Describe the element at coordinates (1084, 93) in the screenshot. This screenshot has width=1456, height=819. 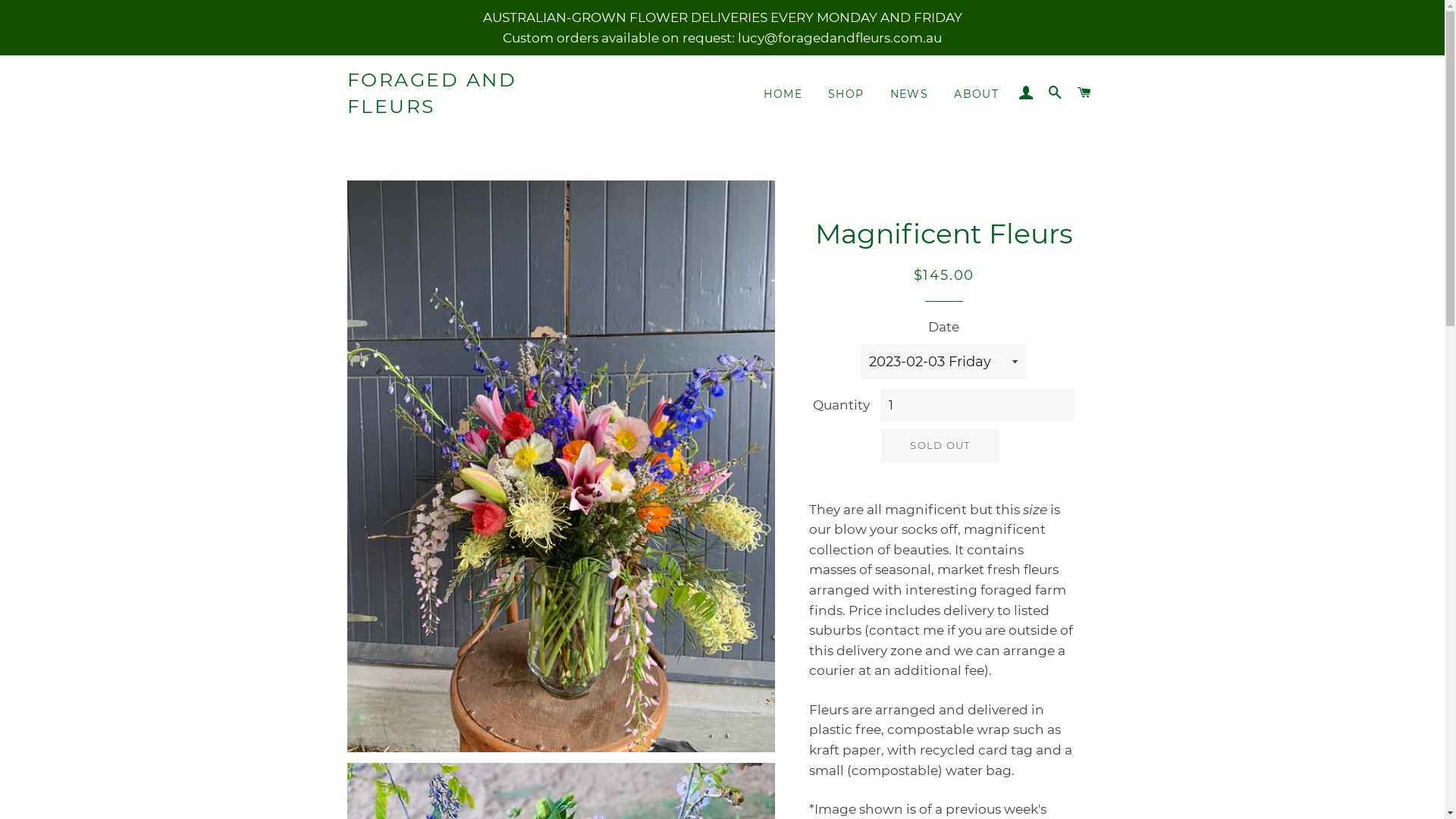
I see `'CART'` at that location.